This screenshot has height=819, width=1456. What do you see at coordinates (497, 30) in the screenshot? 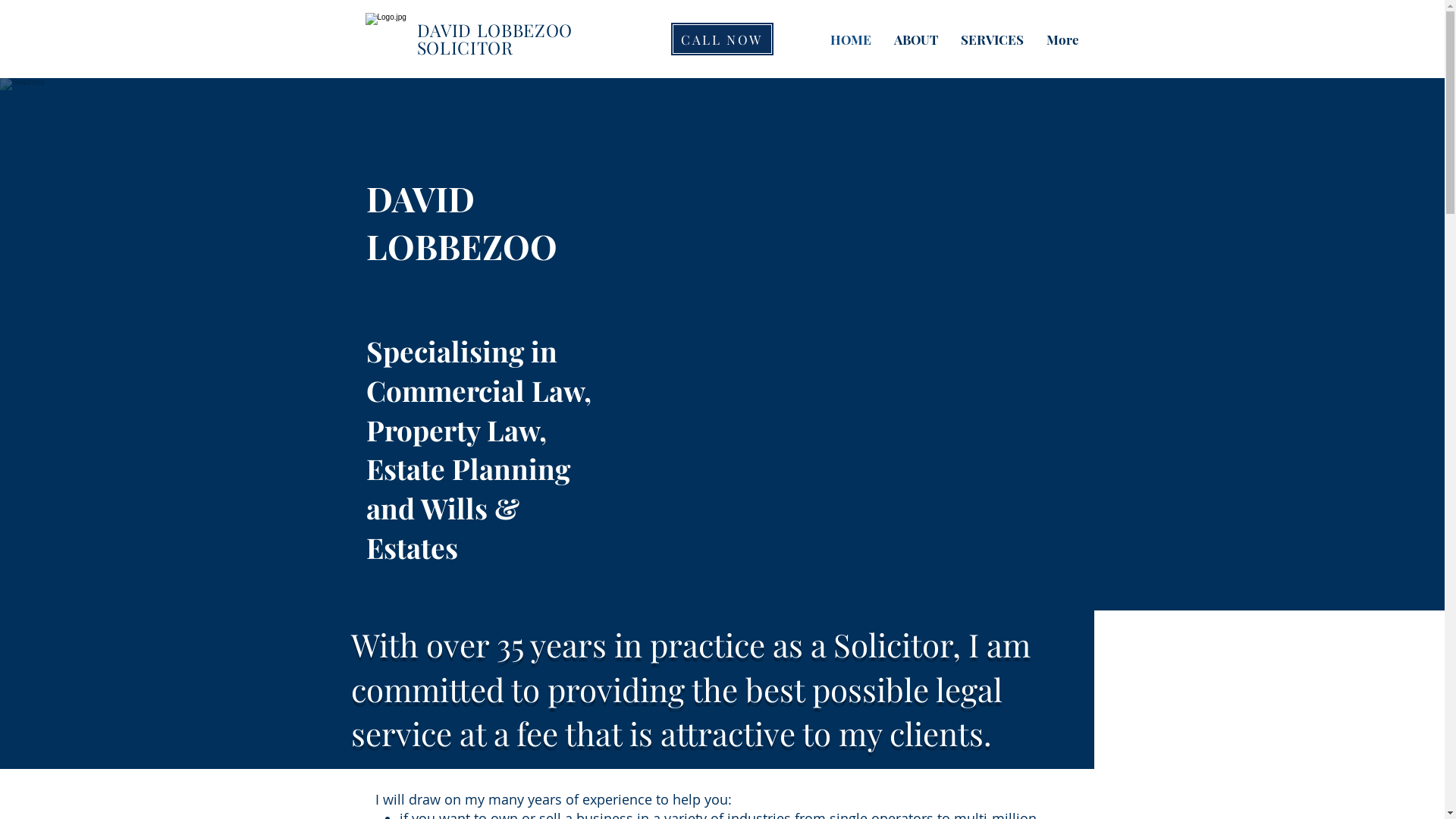
I see `'DAVID LOBBEZOO '` at bounding box center [497, 30].